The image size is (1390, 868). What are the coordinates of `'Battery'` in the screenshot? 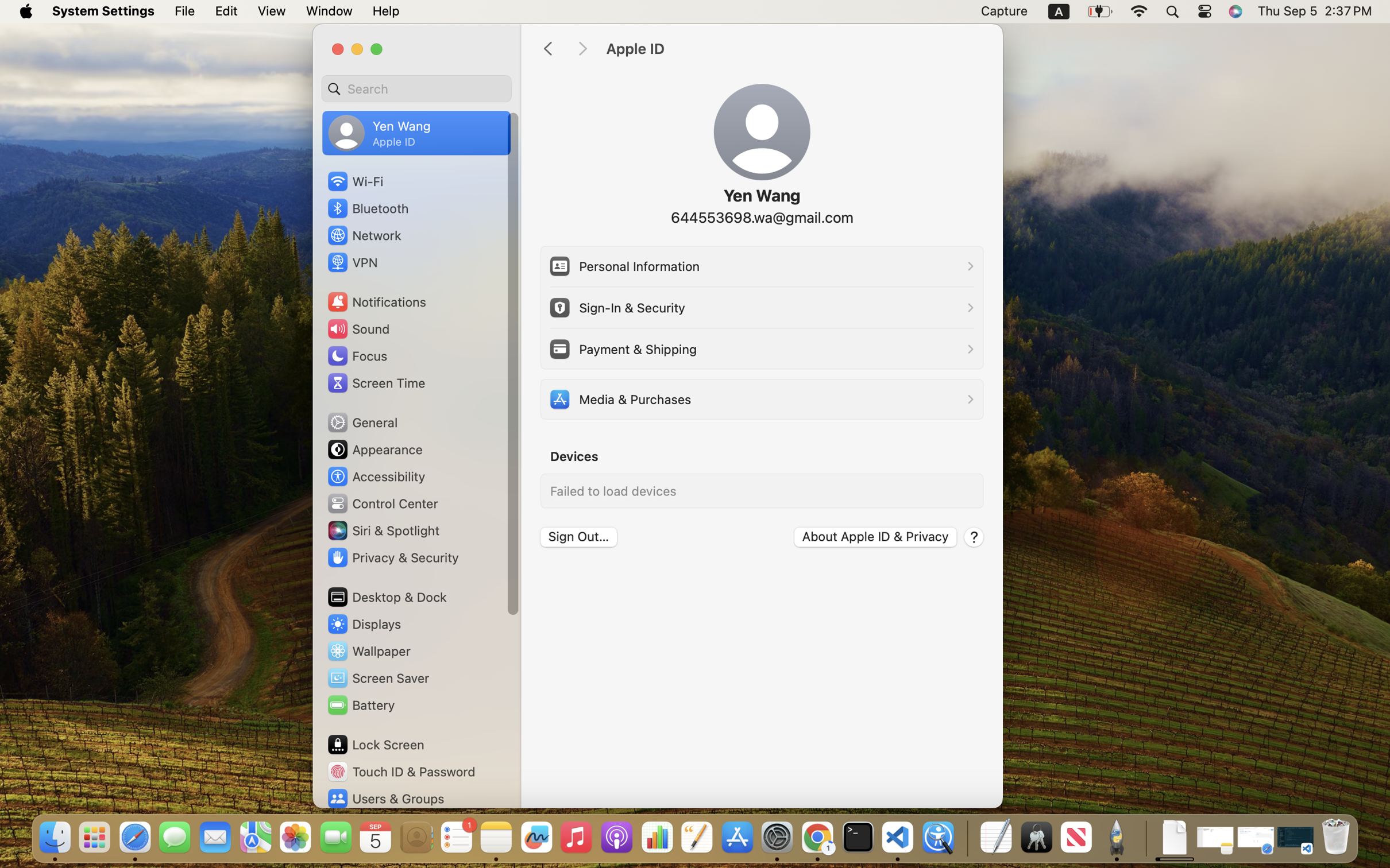 It's located at (361, 704).